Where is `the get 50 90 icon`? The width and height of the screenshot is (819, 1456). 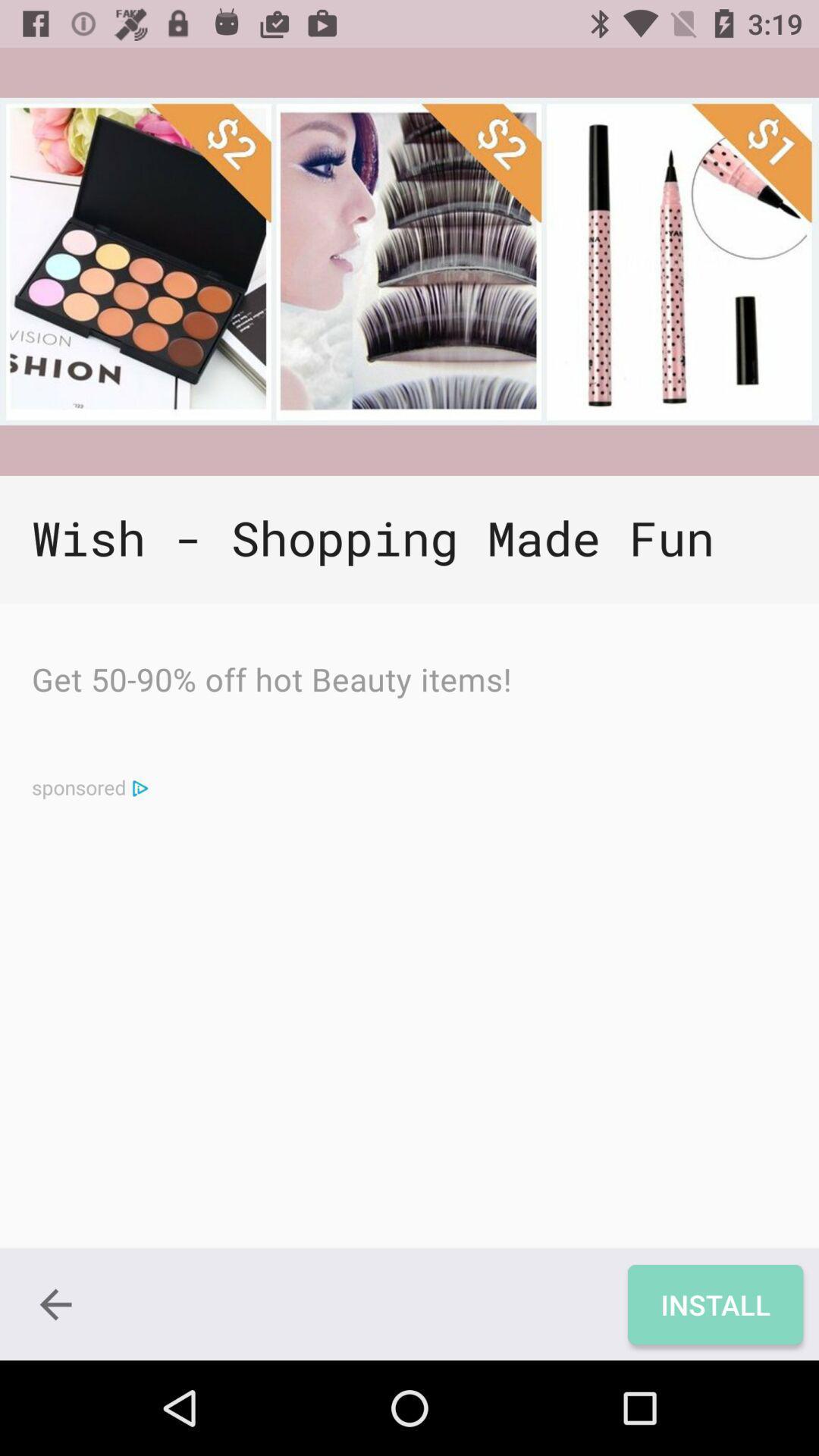 the get 50 90 icon is located at coordinates (271, 682).